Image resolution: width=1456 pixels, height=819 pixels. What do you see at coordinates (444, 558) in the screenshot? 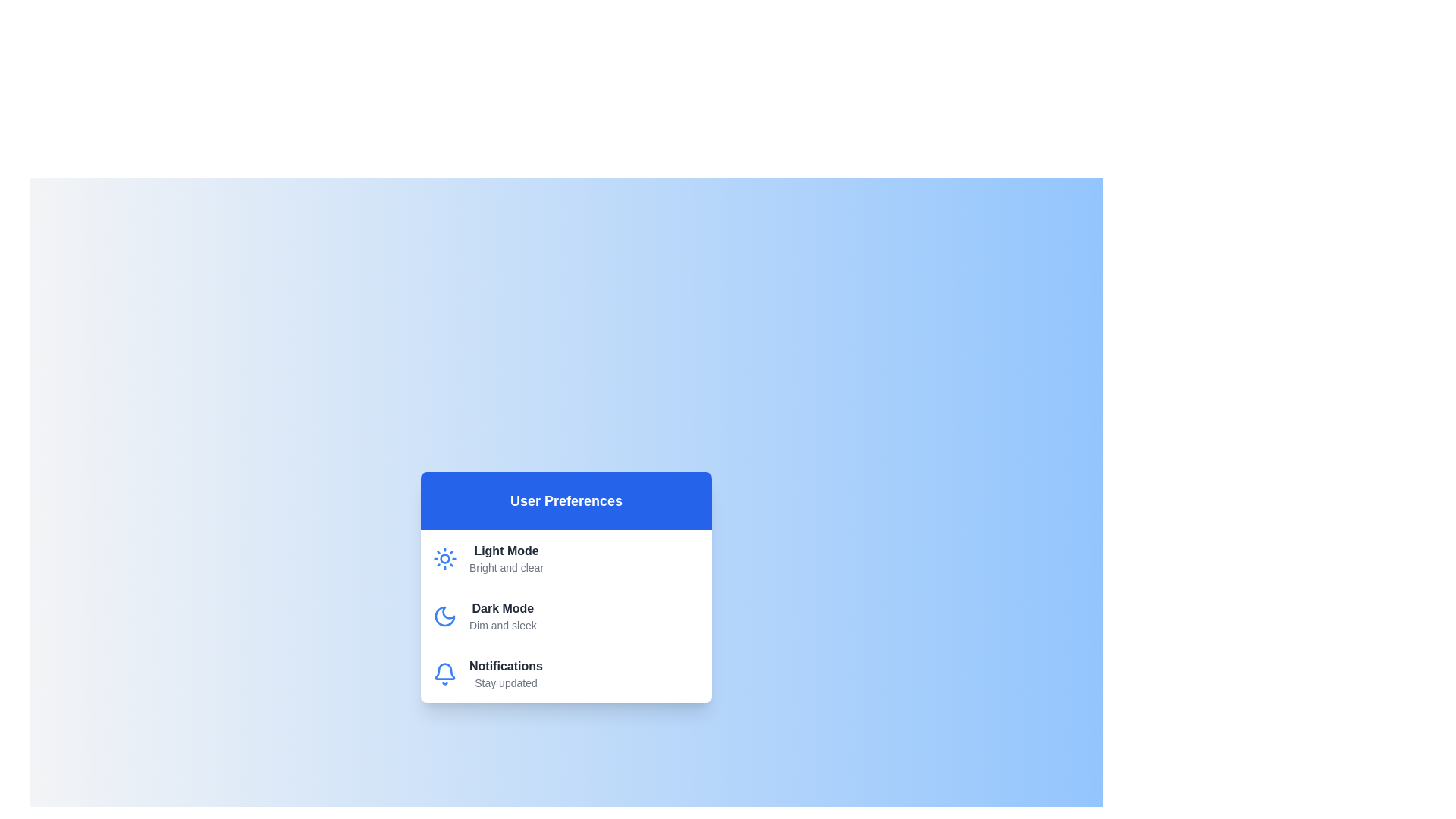
I see `the icon for the theme Light Mode to view it visually` at bounding box center [444, 558].